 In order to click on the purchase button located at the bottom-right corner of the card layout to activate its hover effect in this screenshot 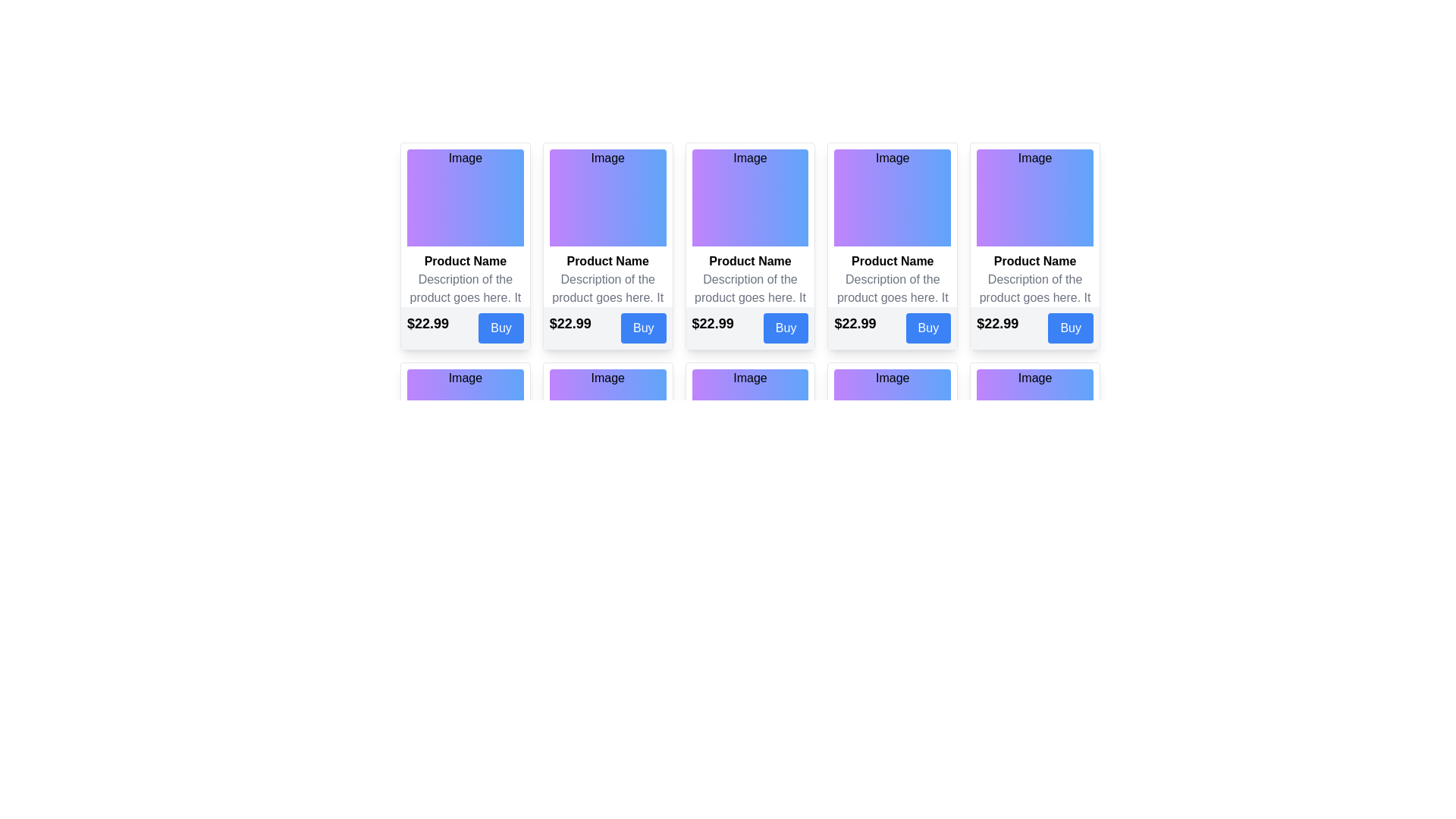, I will do `click(643, 327)`.